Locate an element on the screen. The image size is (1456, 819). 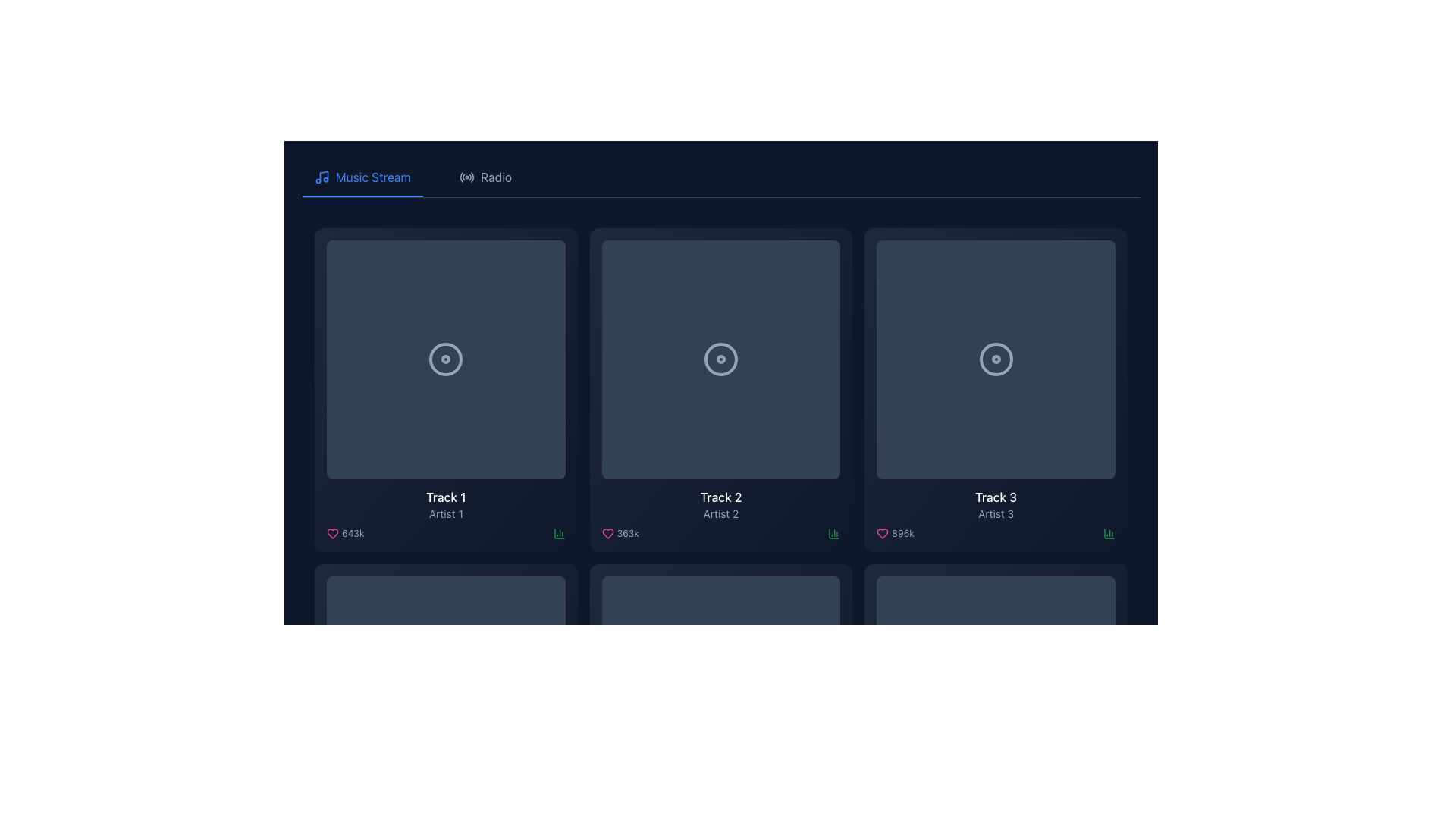
the square tile with a dark background and rounded corners that contains concentric circles, located in the card labeled 'Track 3' and 'Artist 3' is located at coordinates (996, 359).